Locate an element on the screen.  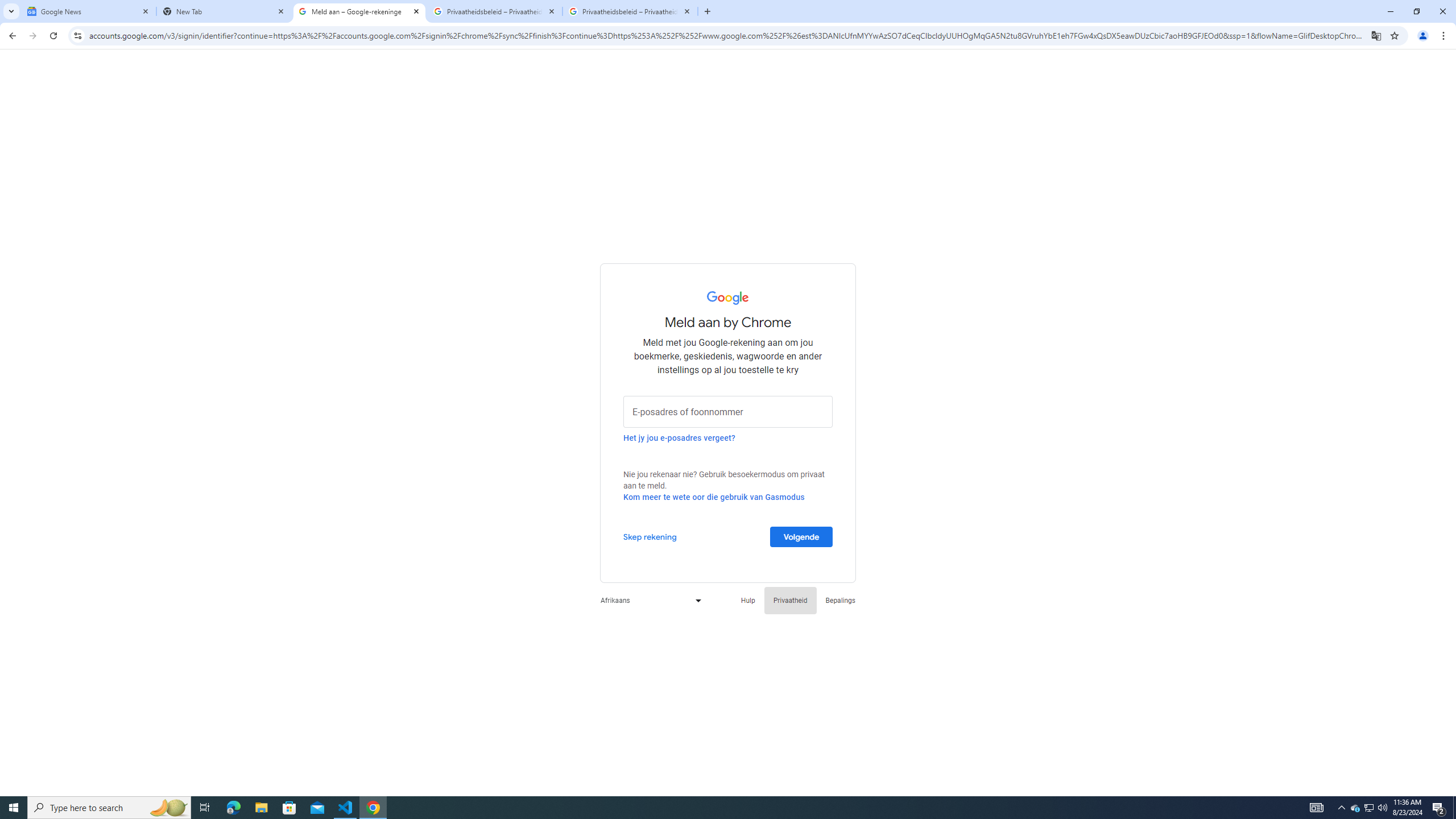
'Bepalings' is located at coordinates (840, 599).